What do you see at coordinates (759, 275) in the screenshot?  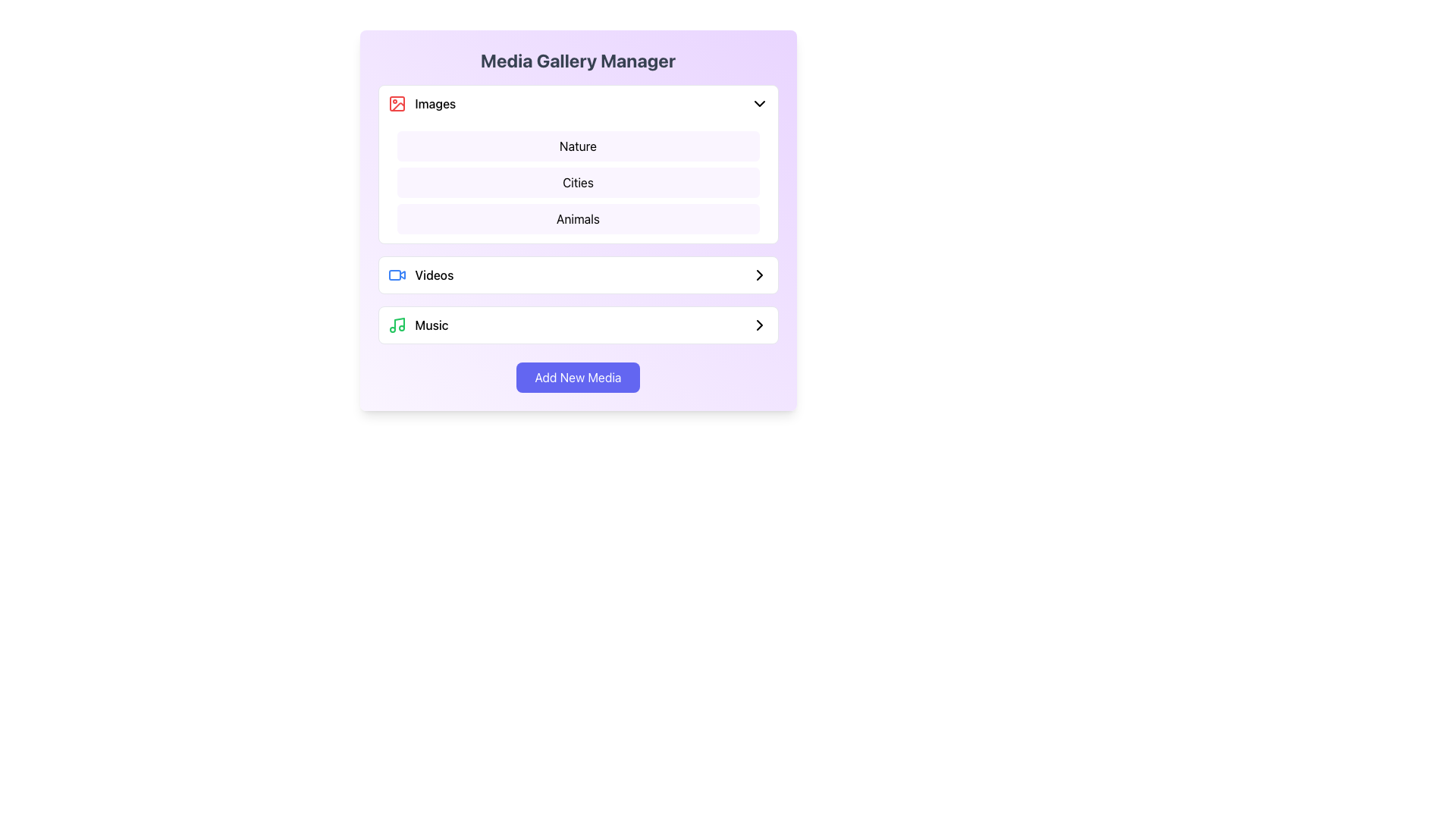 I see `the indicator icon next to the 'Music' option to receive a tooltip` at bounding box center [759, 275].